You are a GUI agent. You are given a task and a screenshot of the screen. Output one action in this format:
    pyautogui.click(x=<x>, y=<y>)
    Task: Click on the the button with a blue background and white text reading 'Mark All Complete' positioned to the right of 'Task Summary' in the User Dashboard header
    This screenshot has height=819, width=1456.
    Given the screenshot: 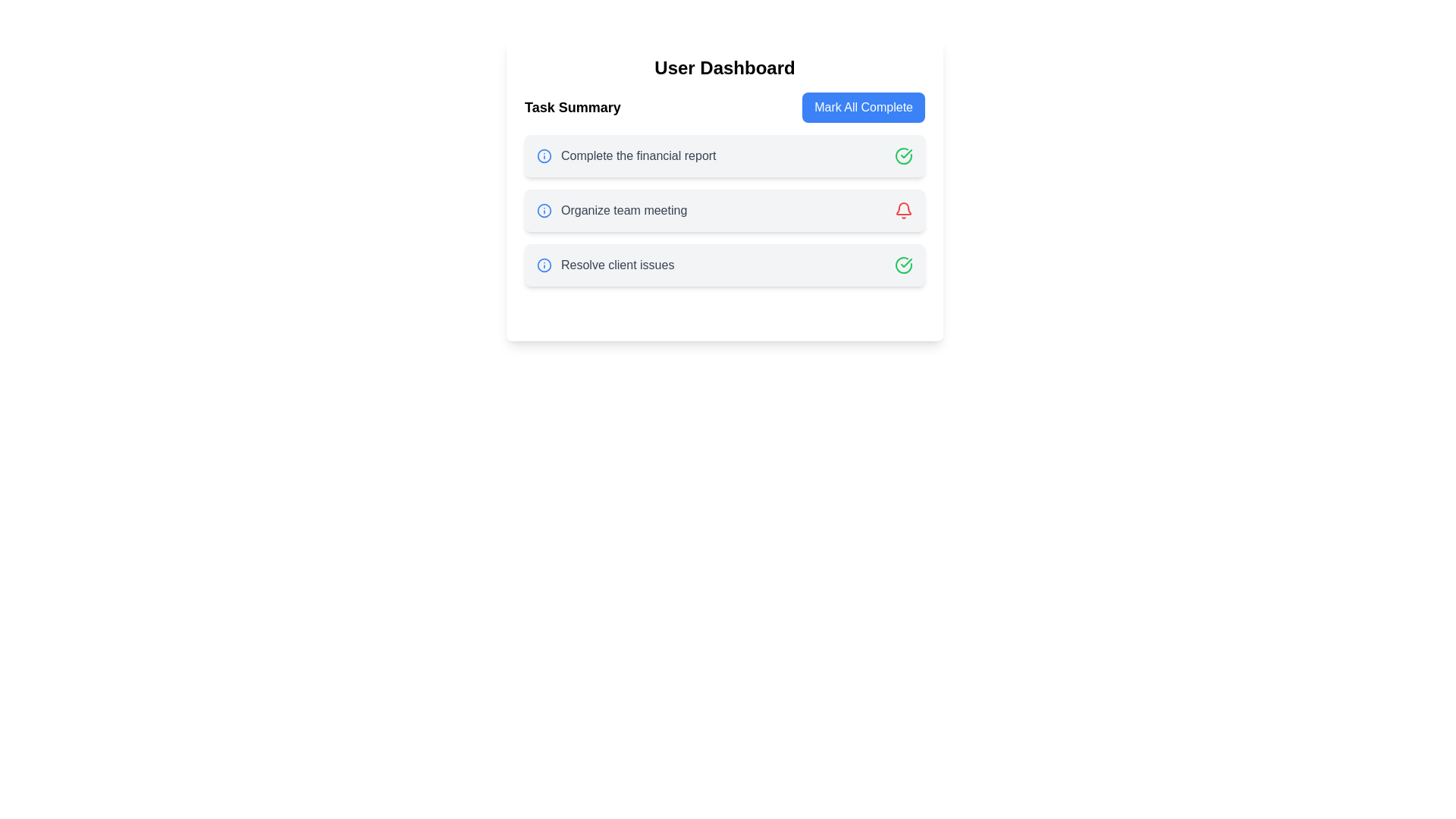 What is the action you would take?
    pyautogui.click(x=864, y=107)
    